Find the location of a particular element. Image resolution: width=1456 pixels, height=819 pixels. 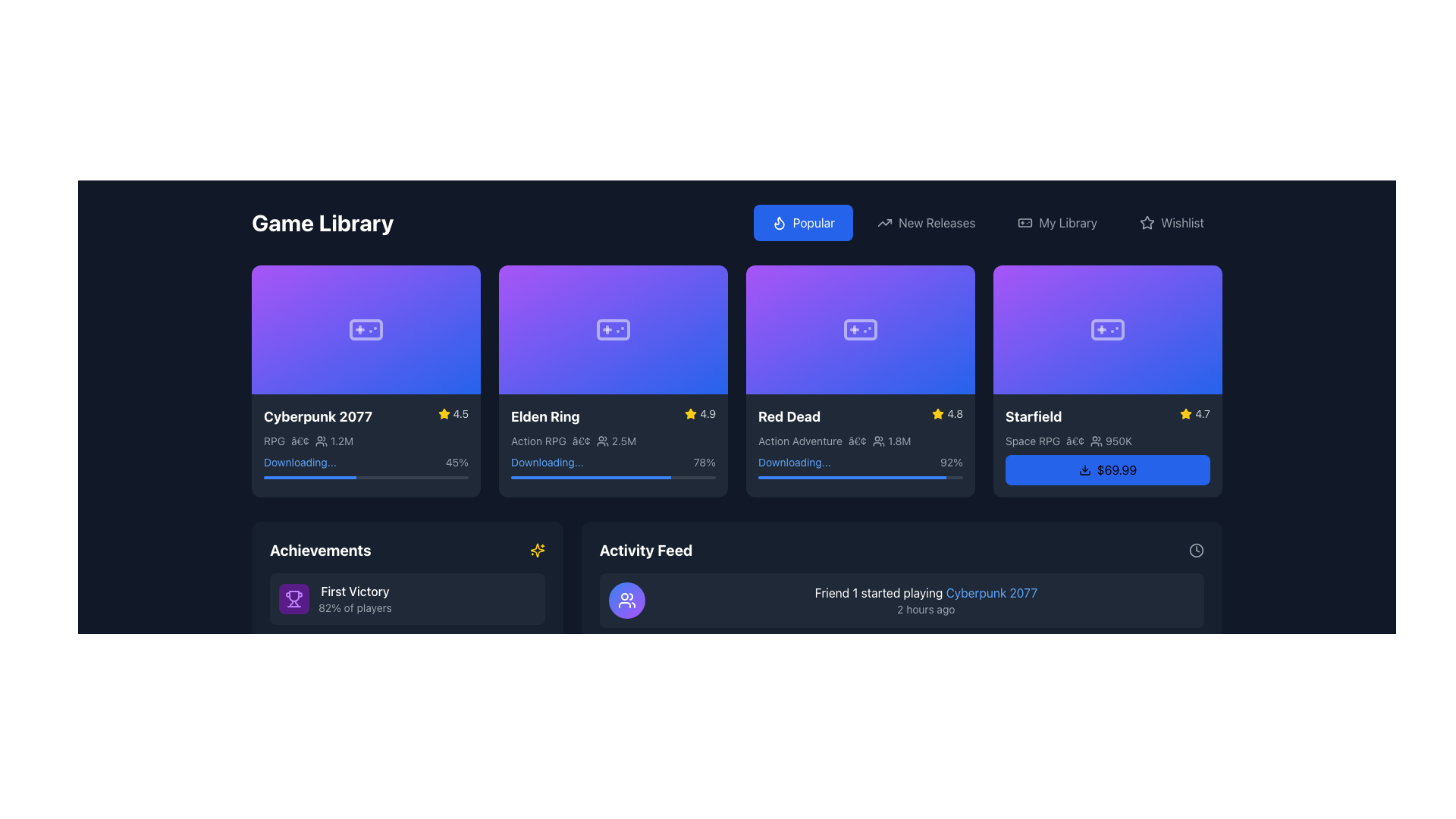

the third interactive button from the left, located between 'New Releases' and 'Wishlist' is located at coordinates (1056, 222).